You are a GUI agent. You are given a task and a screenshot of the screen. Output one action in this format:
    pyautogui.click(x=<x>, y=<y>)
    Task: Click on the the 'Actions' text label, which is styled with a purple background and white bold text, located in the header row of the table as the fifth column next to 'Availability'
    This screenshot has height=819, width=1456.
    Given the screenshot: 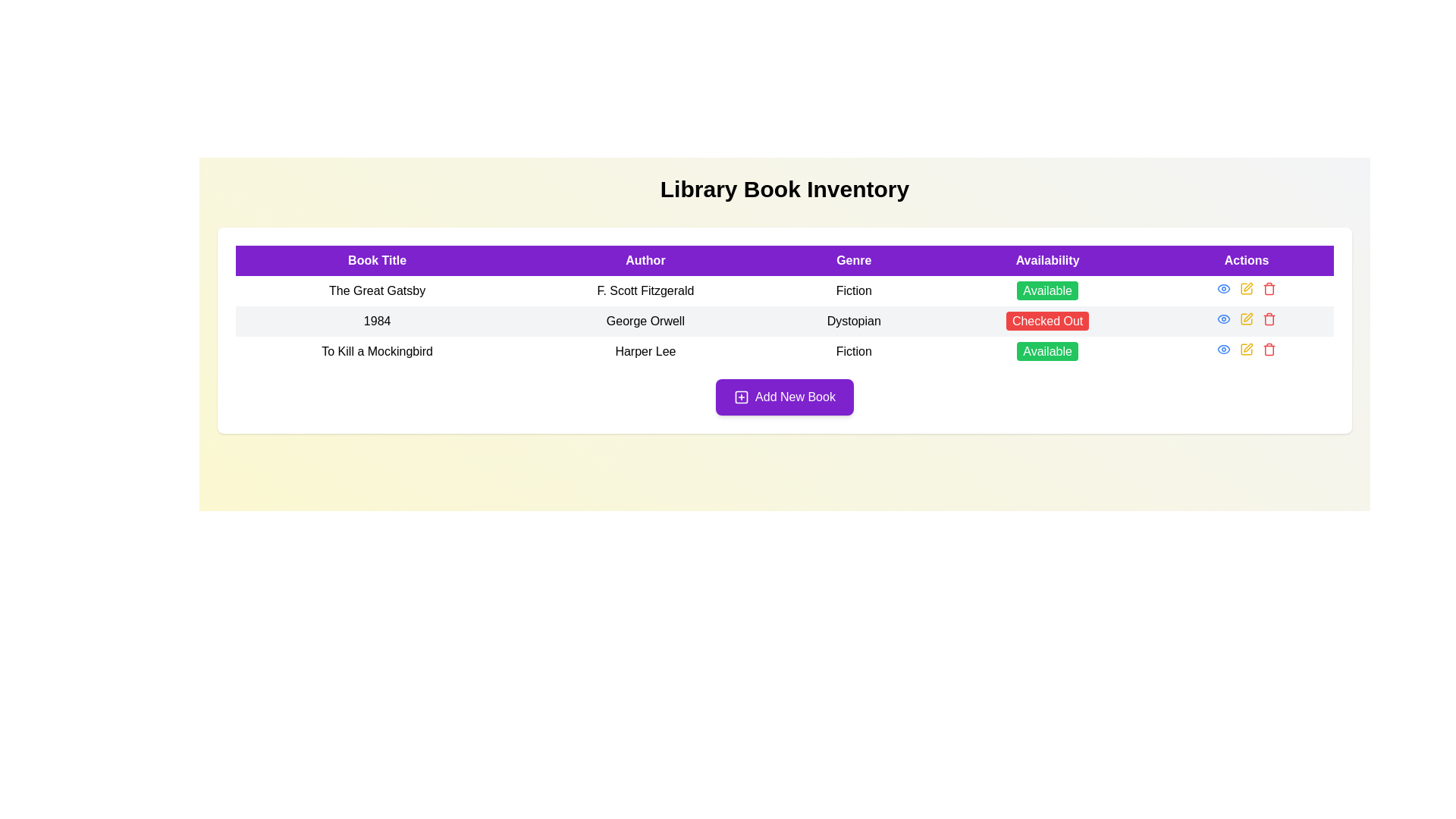 What is the action you would take?
    pyautogui.click(x=1247, y=259)
    